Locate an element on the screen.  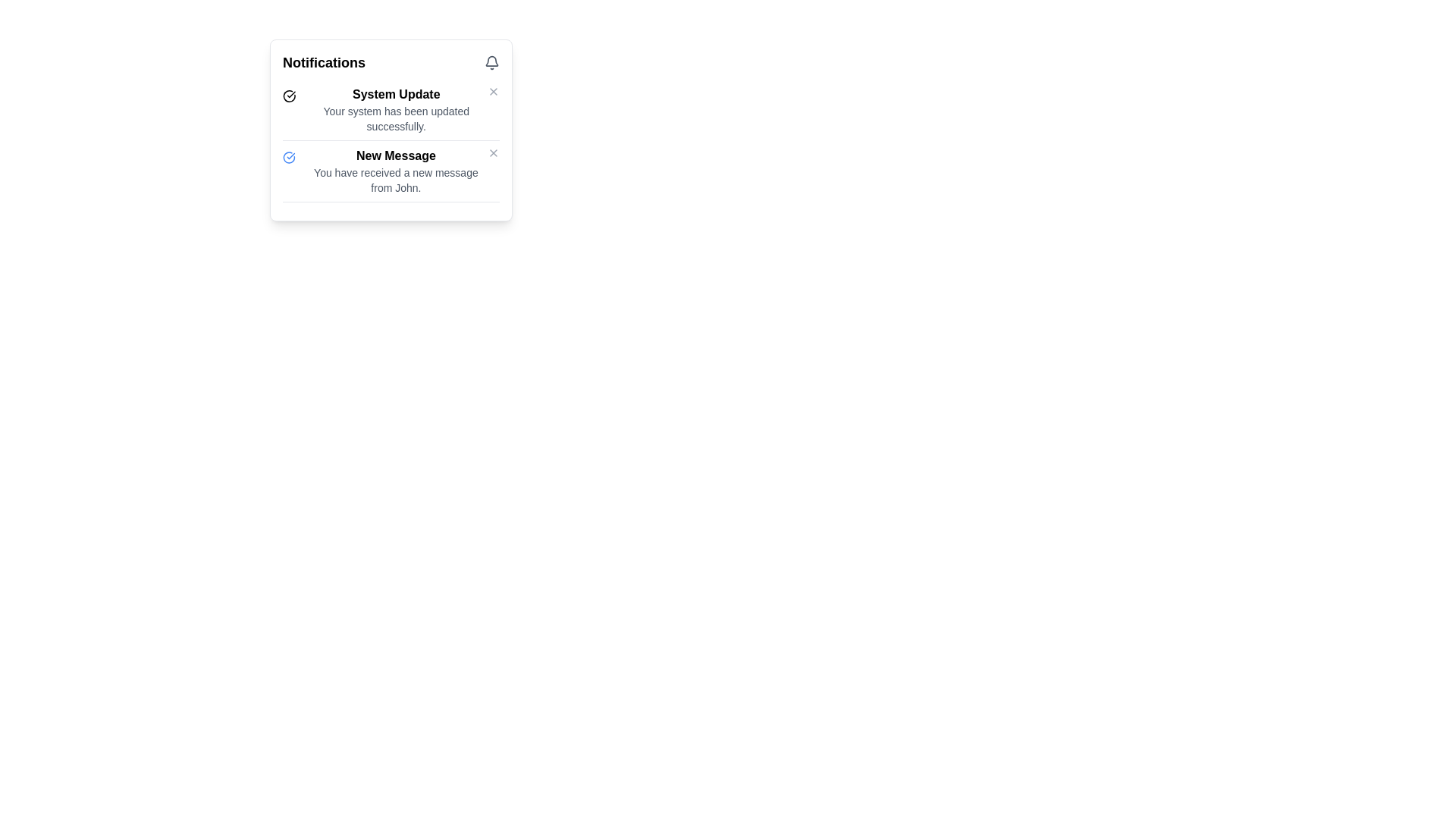
success message text located directly under the 'System Update' header within the notification card is located at coordinates (396, 118).